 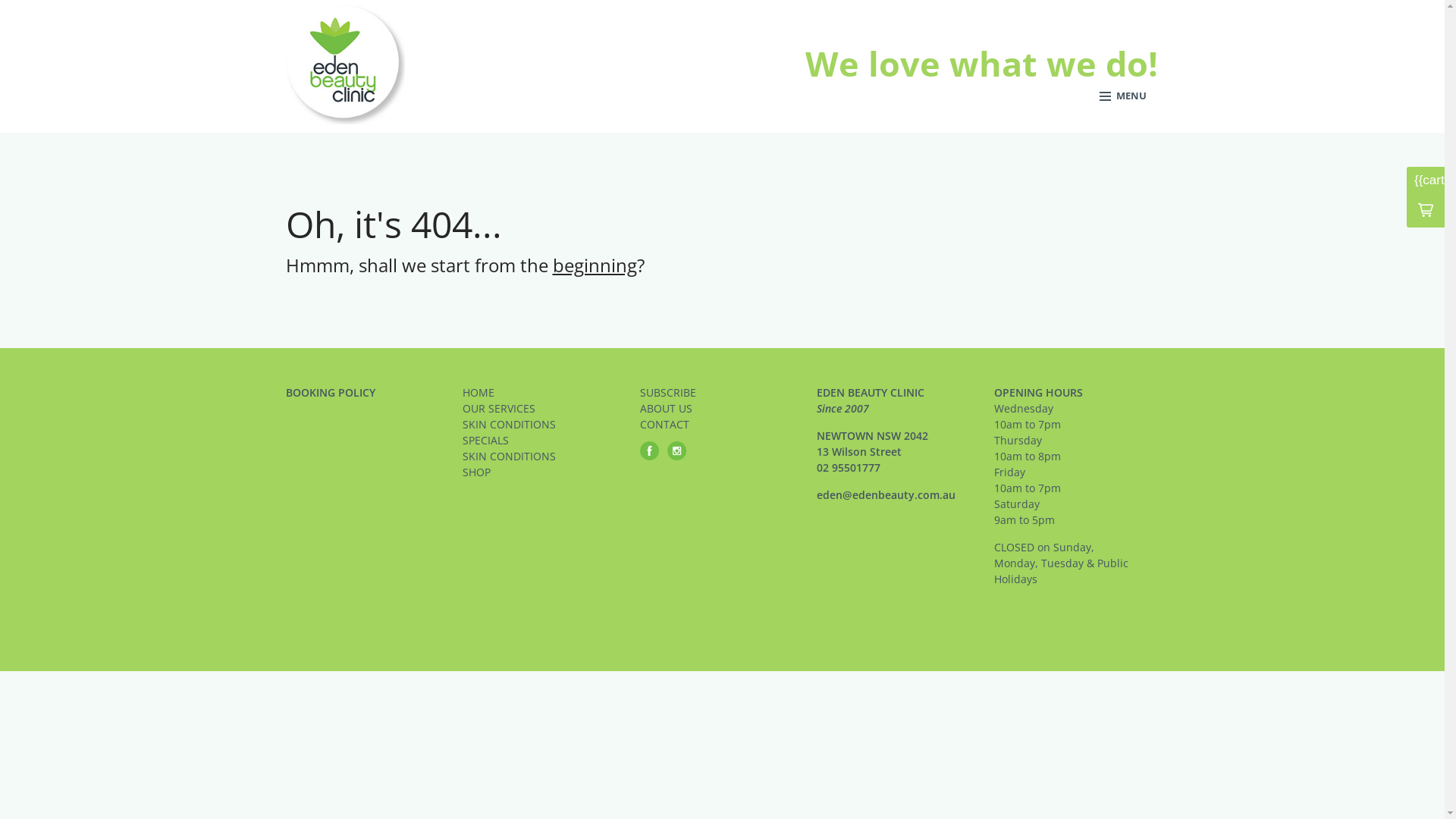 What do you see at coordinates (722, 407) in the screenshot?
I see `'ABOUT US'` at bounding box center [722, 407].